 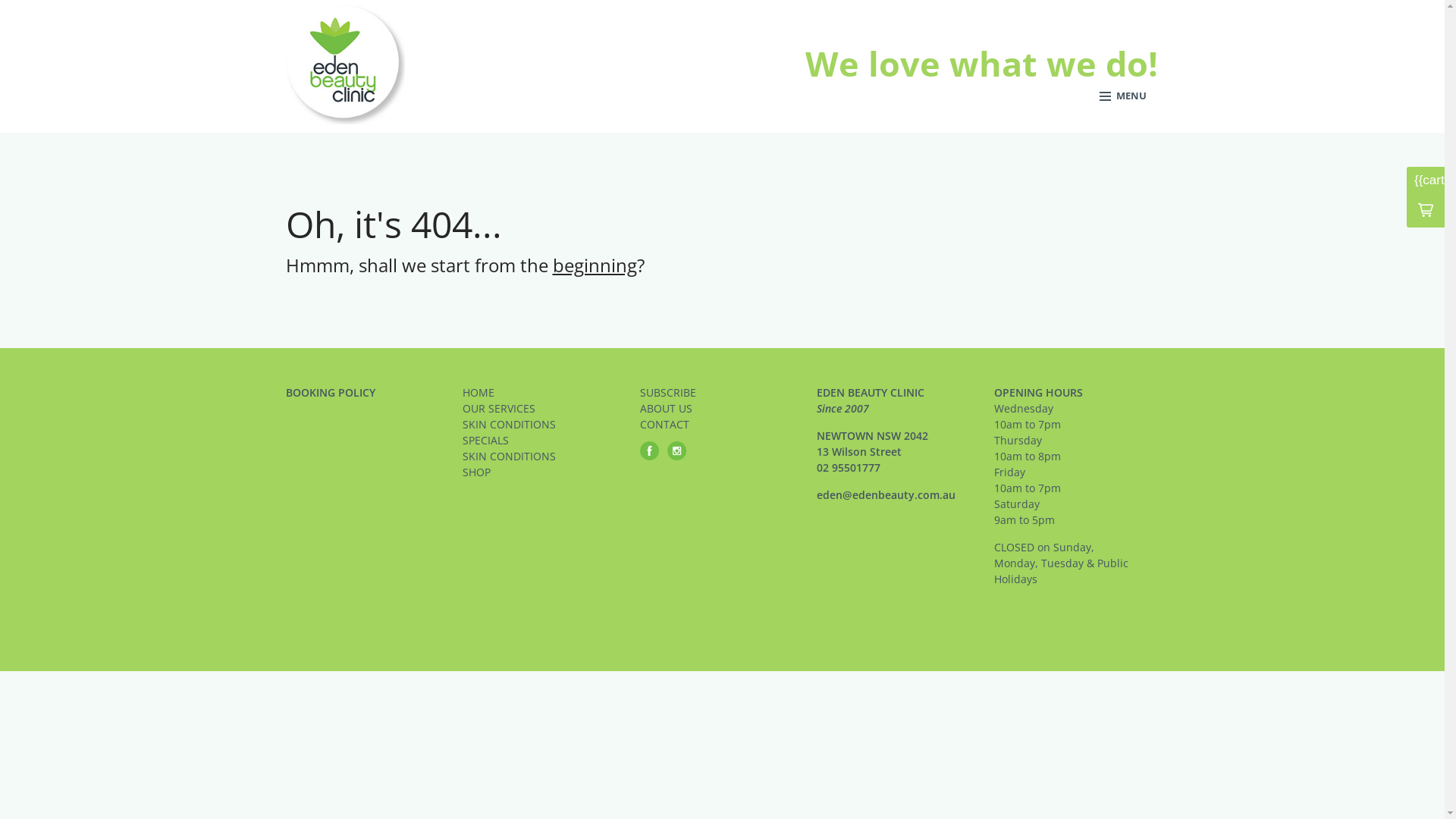 What do you see at coordinates (722, 407) in the screenshot?
I see `'ABOUT US'` at bounding box center [722, 407].